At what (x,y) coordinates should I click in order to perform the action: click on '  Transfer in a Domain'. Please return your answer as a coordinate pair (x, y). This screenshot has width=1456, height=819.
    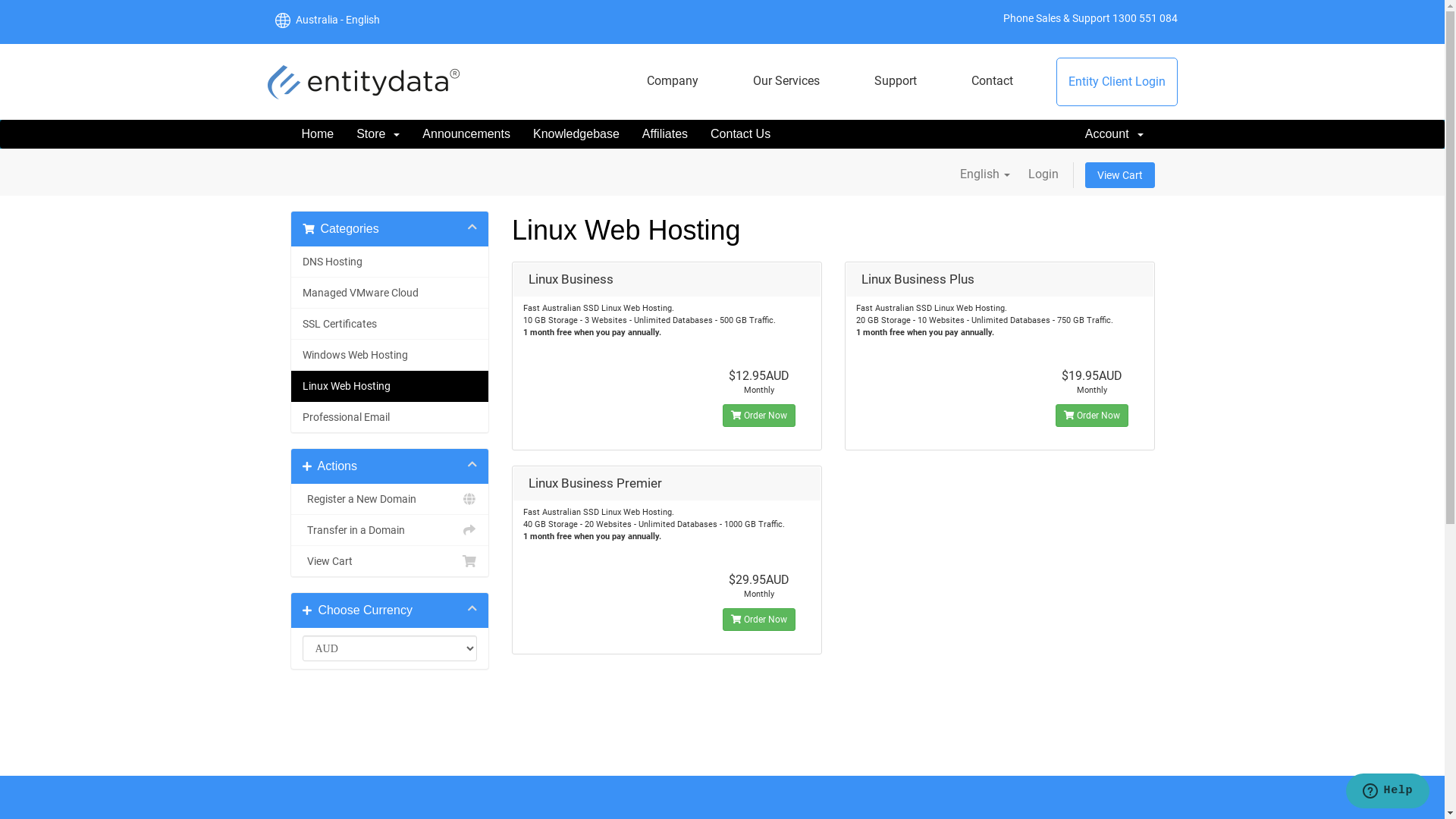
    Looking at the image, I should click on (291, 529).